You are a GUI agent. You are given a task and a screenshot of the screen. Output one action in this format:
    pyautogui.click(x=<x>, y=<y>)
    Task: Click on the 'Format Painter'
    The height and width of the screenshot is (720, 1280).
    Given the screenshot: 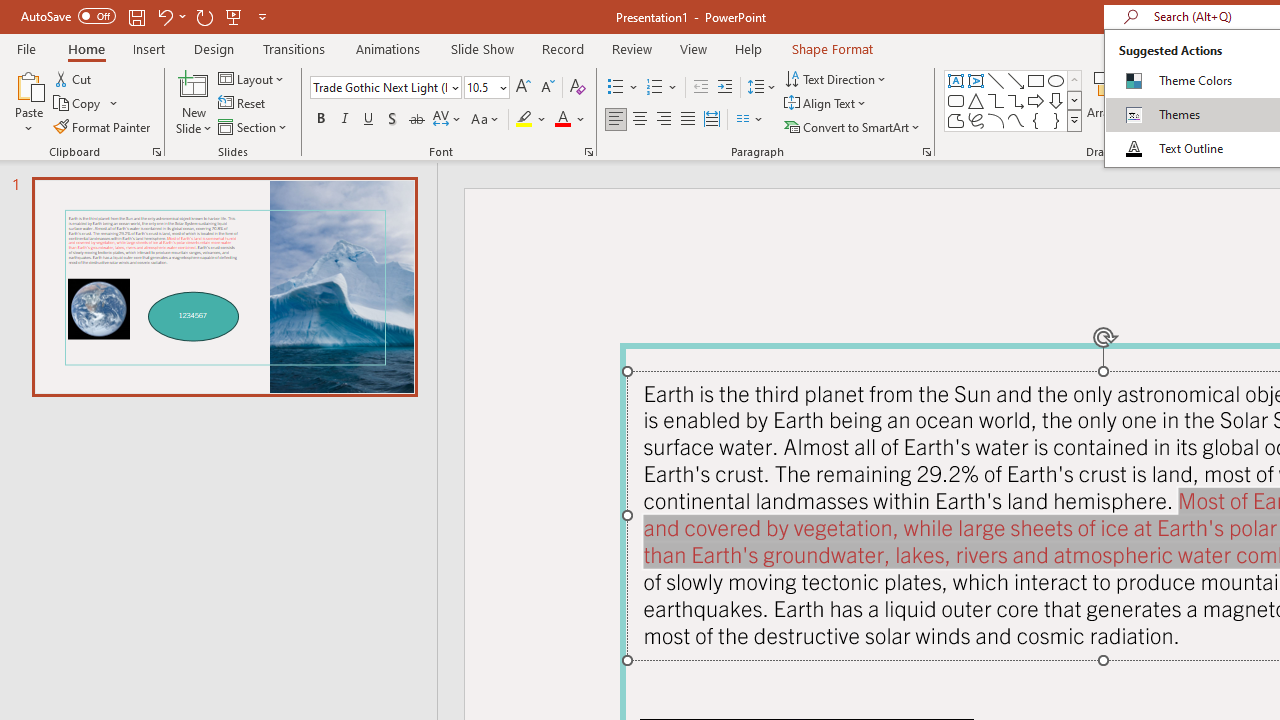 What is the action you would take?
    pyautogui.click(x=102, y=127)
    